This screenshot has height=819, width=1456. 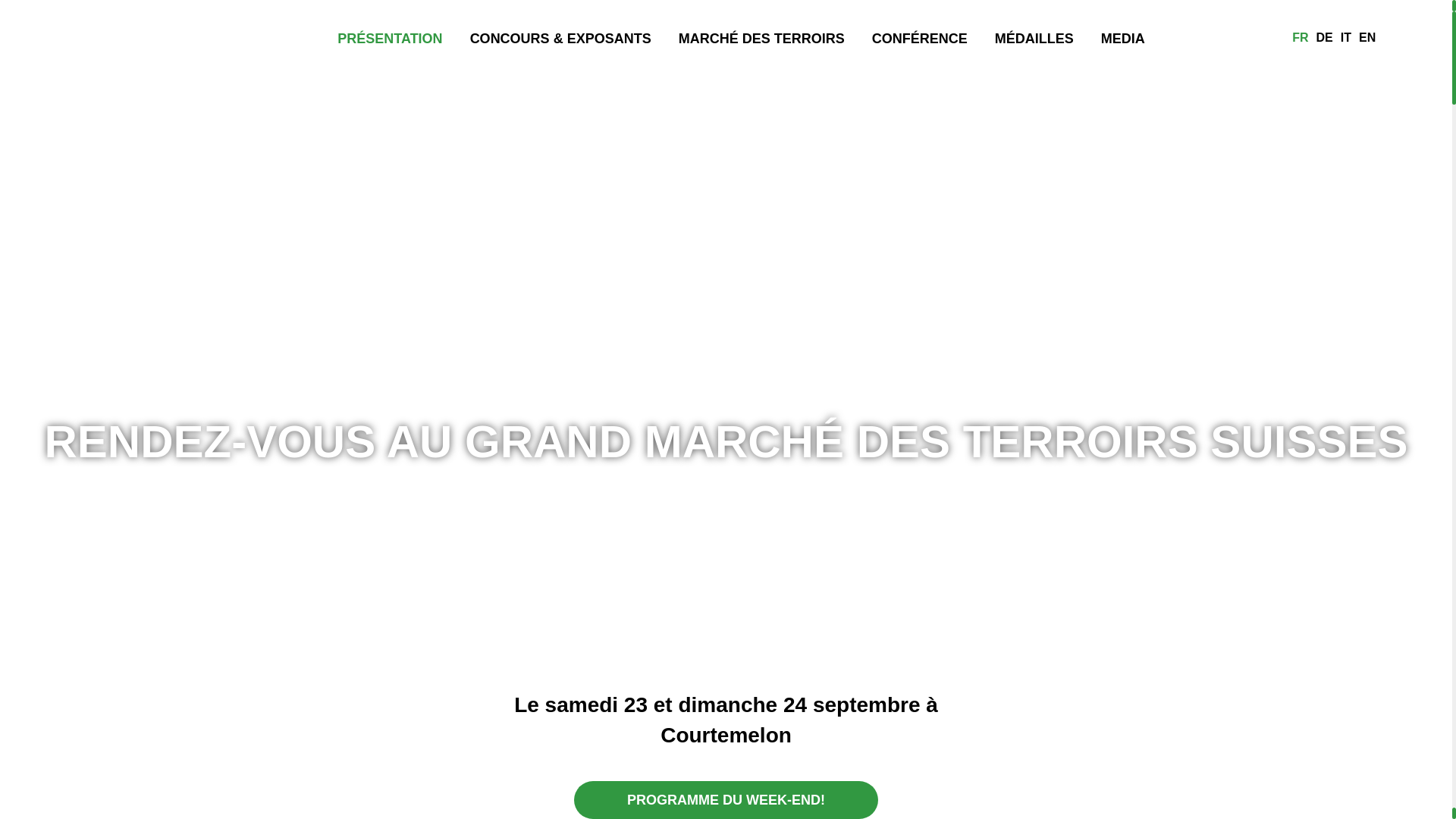 What do you see at coordinates (1346, 37) in the screenshot?
I see `'IT'` at bounding box center [1346, 37].